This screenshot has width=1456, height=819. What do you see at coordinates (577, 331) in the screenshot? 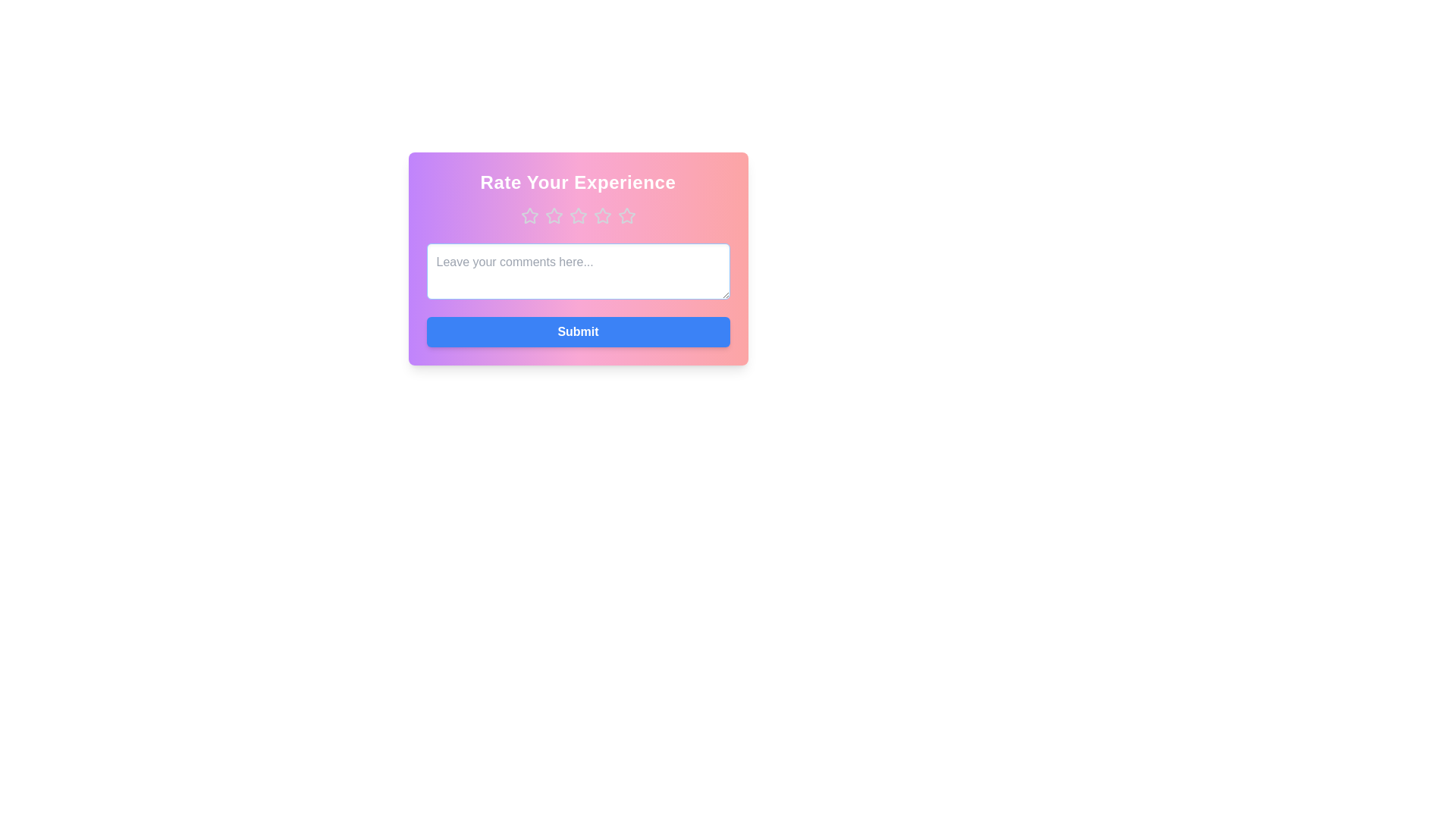
I see `the submit button` at bounding box center [577, 331].